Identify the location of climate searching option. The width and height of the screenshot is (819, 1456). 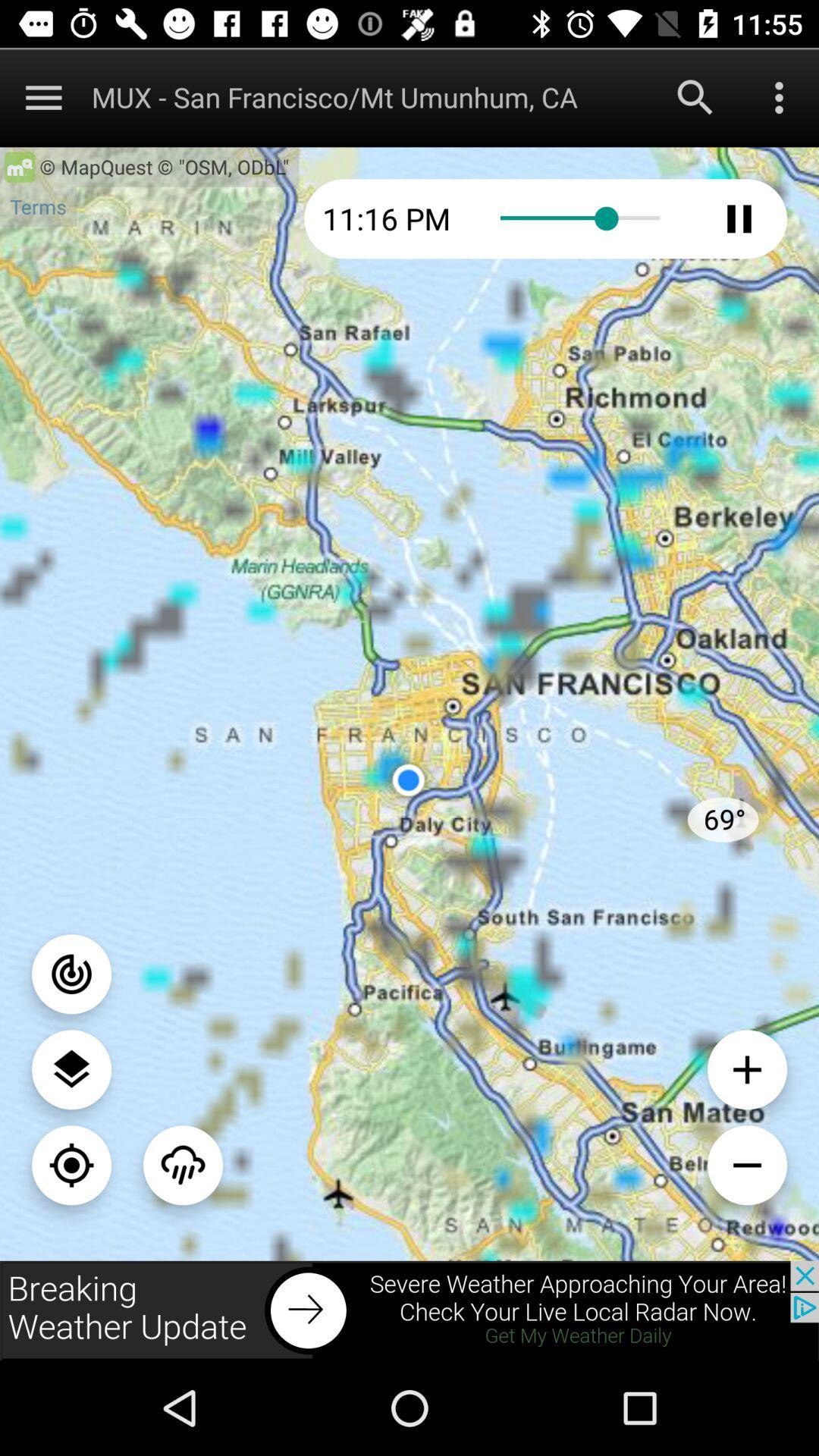
(182, 1164).